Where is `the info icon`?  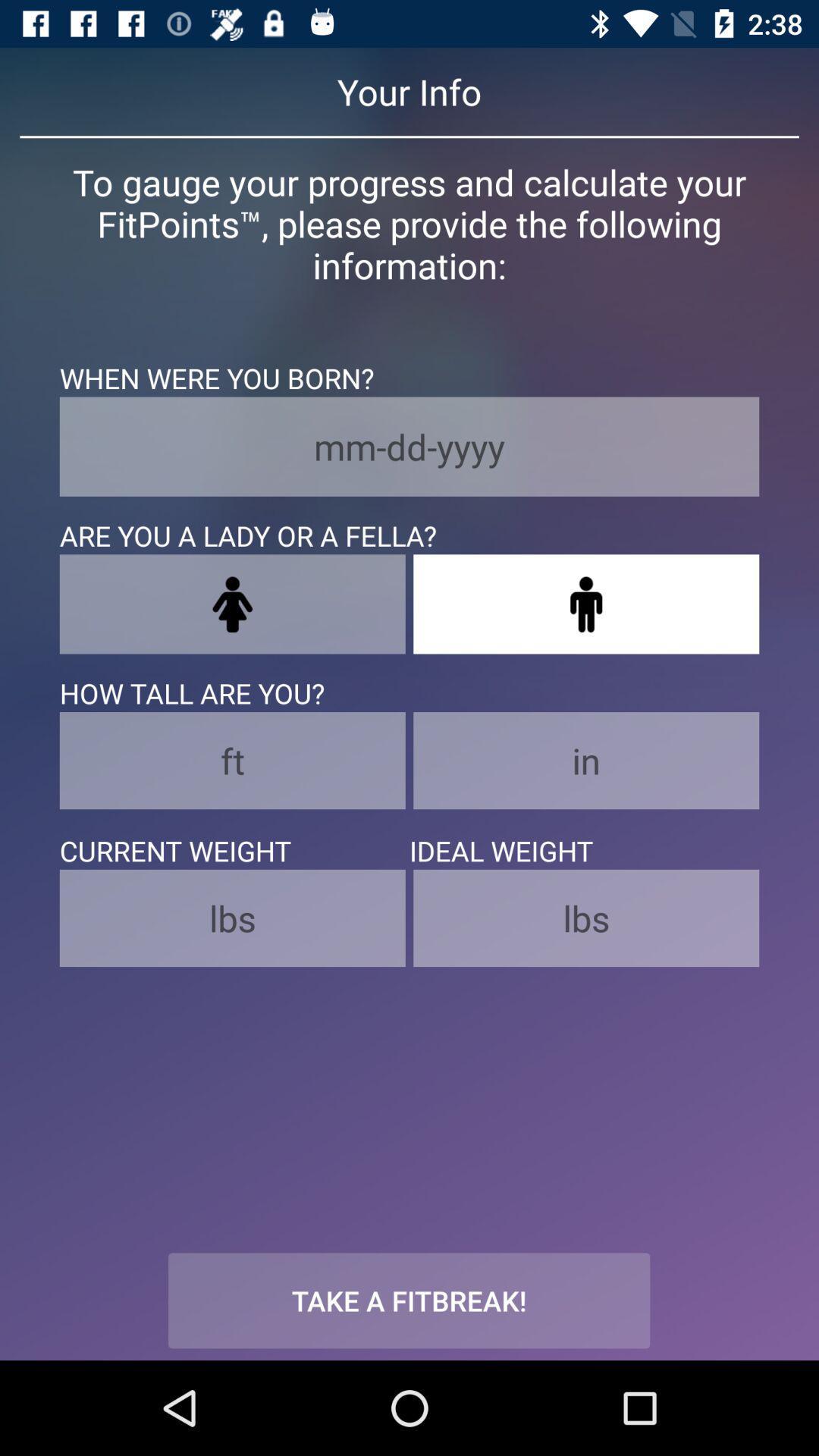
the info icon is located at coordinates (585, 603).